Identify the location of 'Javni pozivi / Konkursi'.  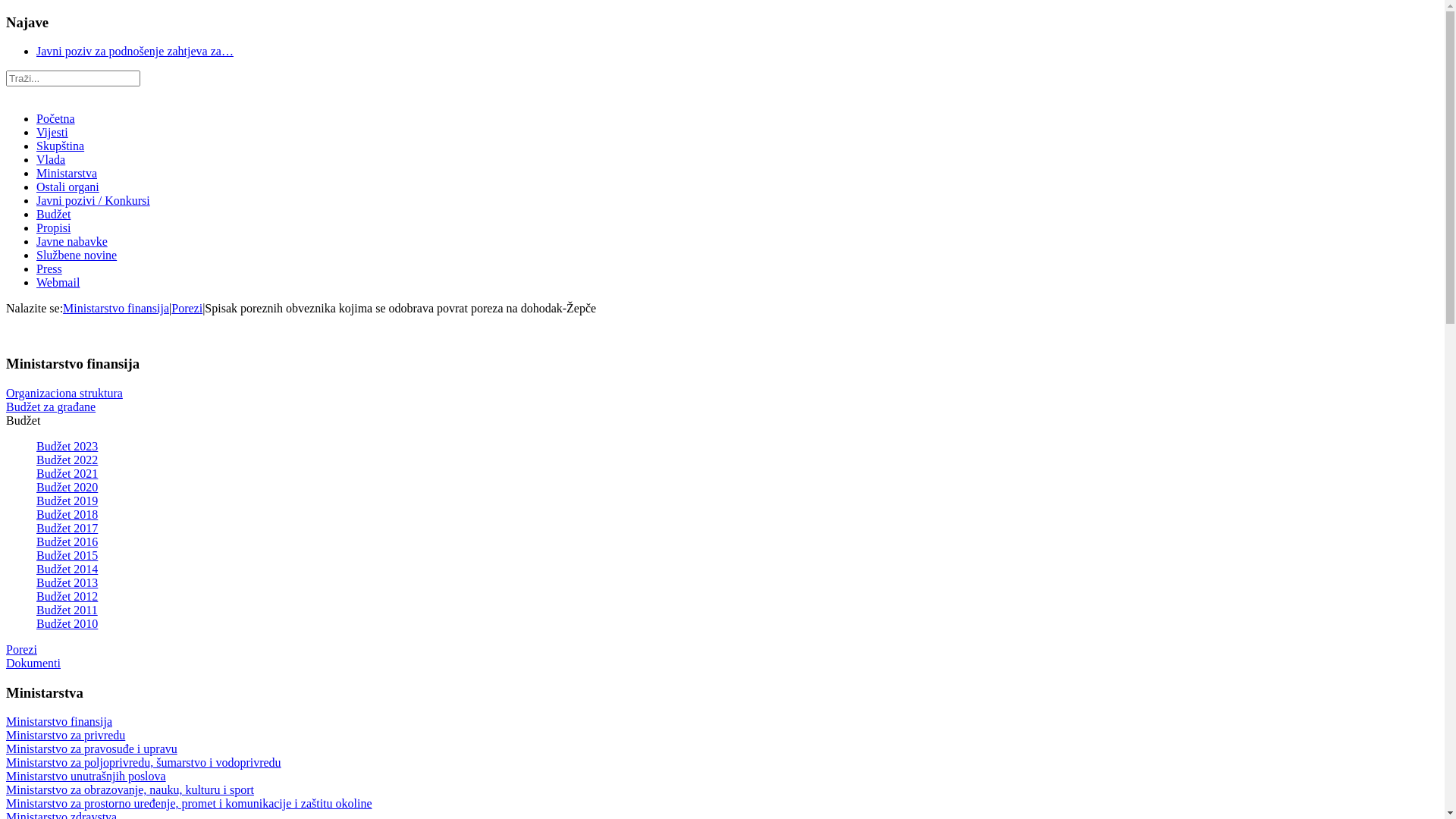
(93, 199).